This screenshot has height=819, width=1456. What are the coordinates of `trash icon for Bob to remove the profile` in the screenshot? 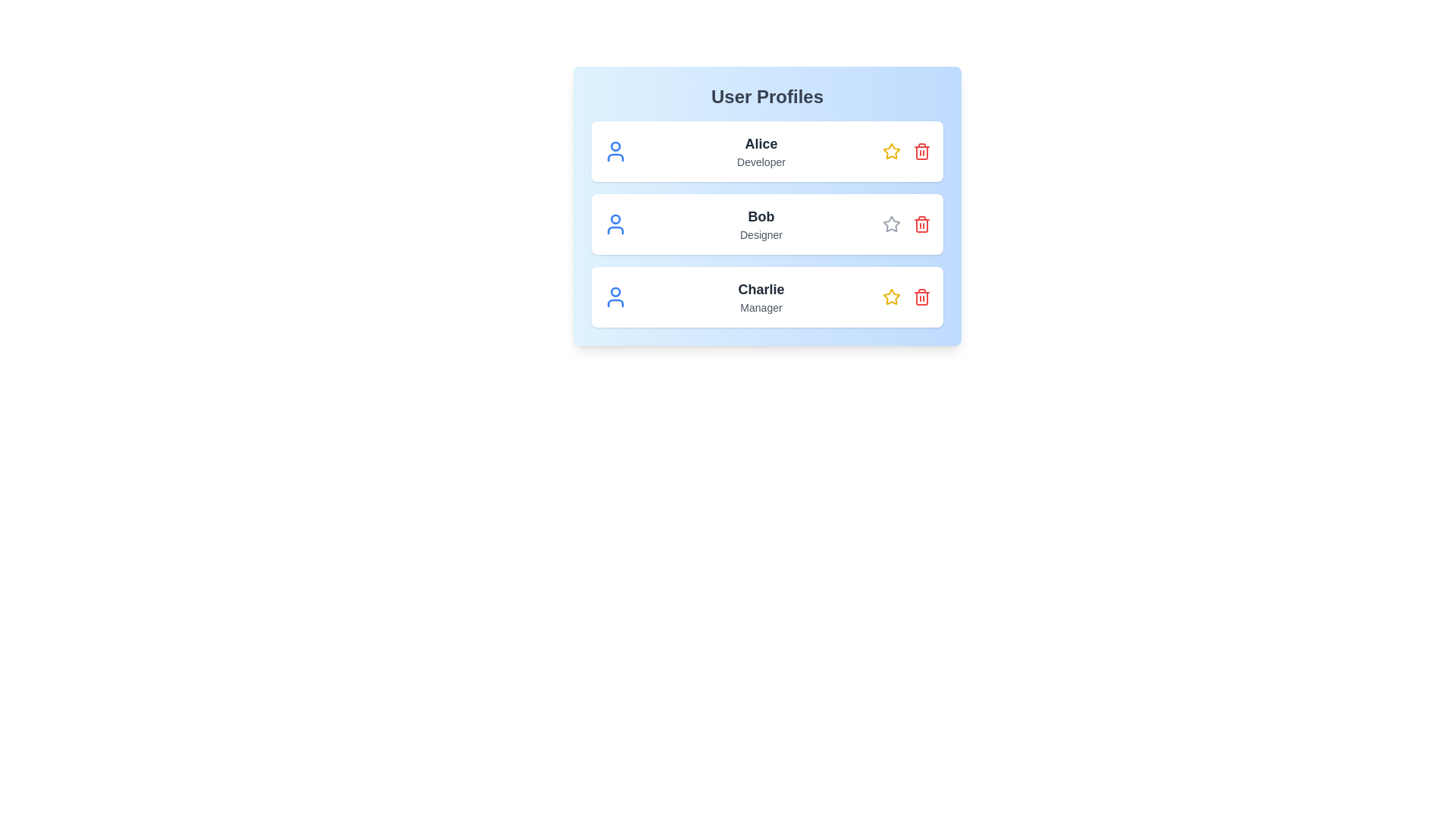 It's located at (921, 224).